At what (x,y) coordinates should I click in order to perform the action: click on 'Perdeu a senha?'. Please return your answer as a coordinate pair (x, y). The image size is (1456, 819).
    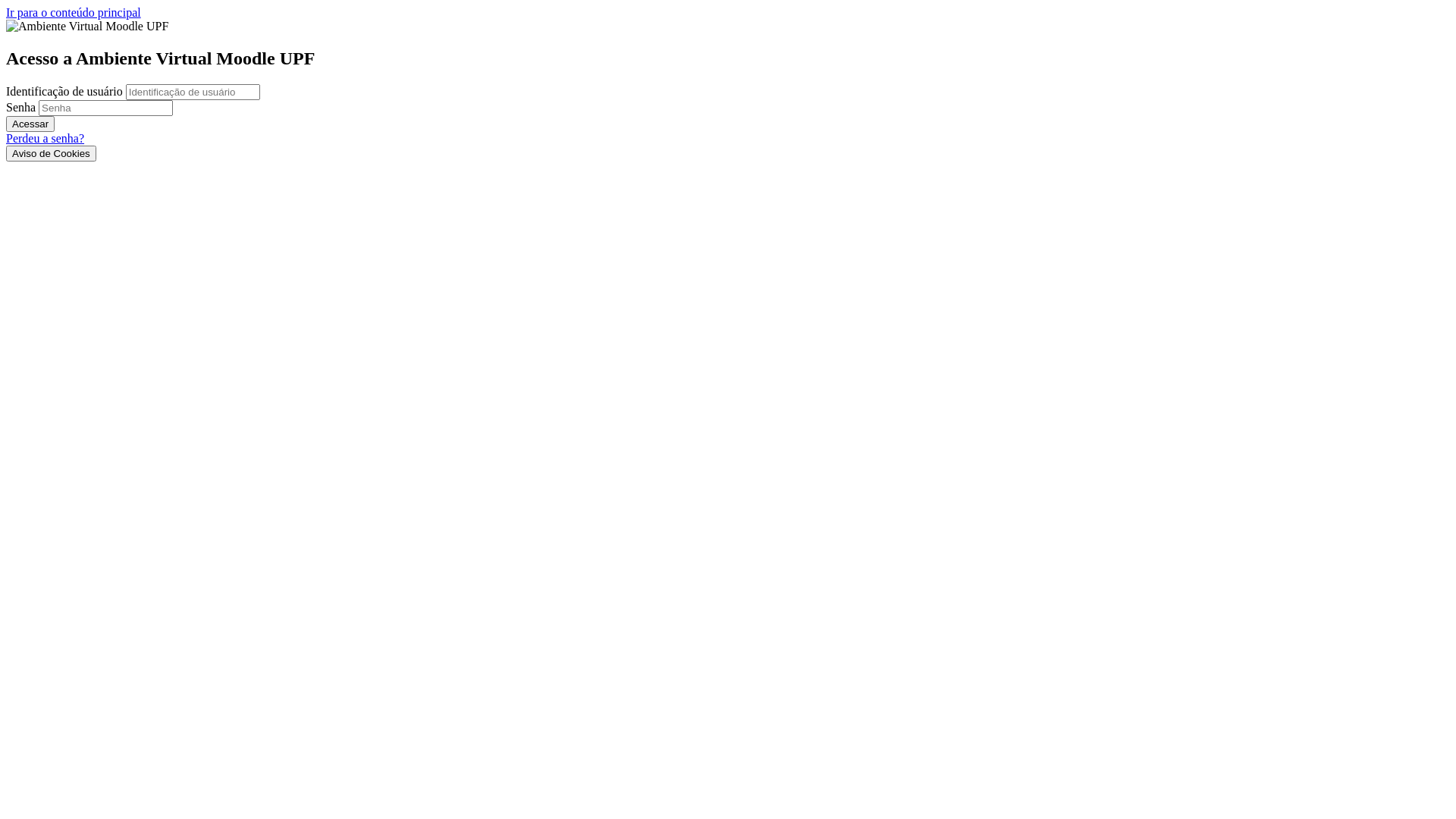
    Looking at the image, I should click on (45, 138).